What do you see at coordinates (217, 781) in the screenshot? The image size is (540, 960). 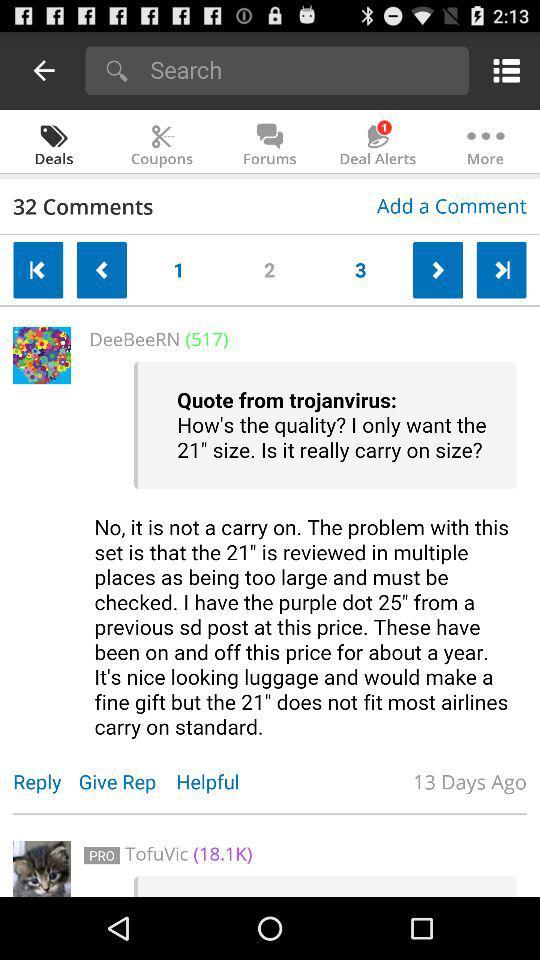 I see `helpful button` at bounding box center [217, 781].